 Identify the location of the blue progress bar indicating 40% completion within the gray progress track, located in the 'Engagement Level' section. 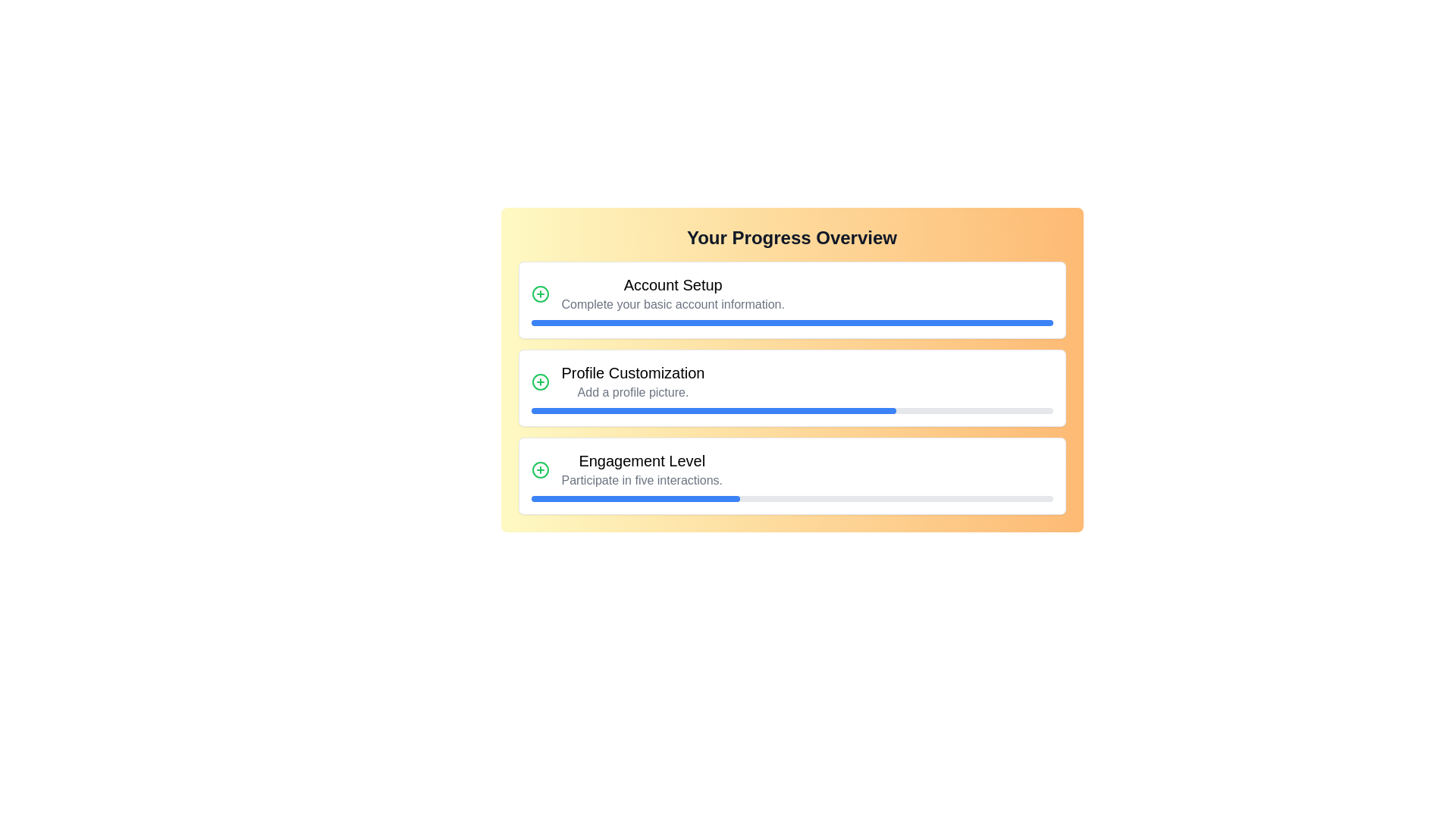
(635, 499).